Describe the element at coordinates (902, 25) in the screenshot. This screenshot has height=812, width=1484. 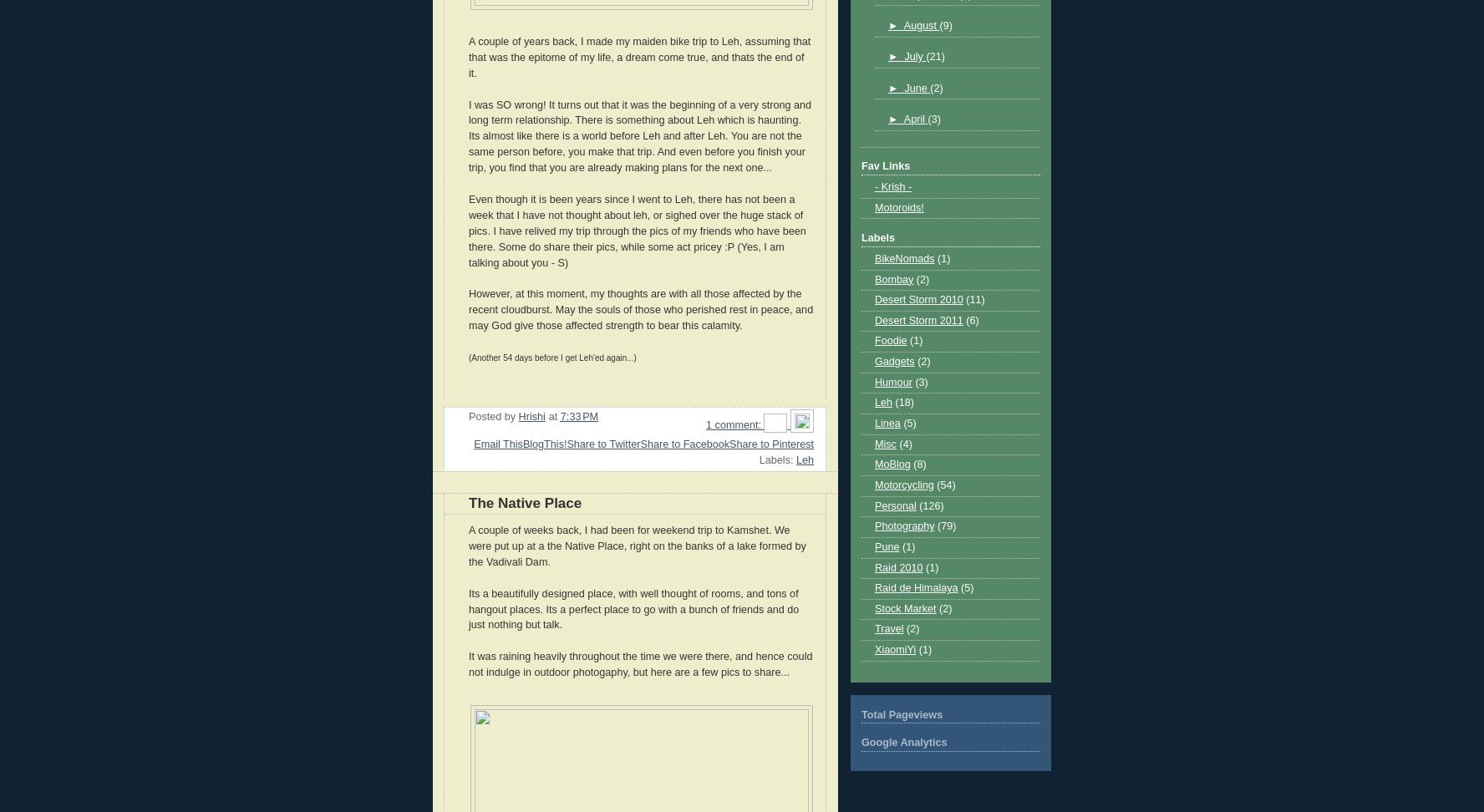
I see `'August'` at that location.